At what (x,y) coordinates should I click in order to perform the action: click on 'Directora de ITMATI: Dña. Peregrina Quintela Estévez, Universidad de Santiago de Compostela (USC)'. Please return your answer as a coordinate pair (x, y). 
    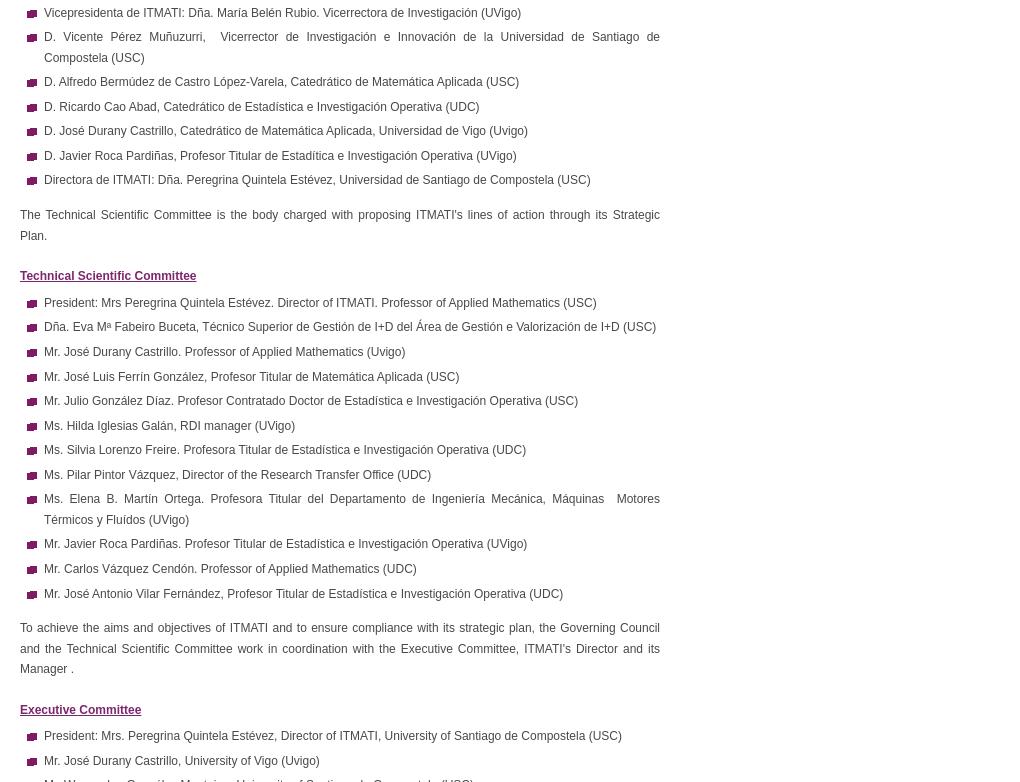
    Looking at the image, I should click on (317, 180).